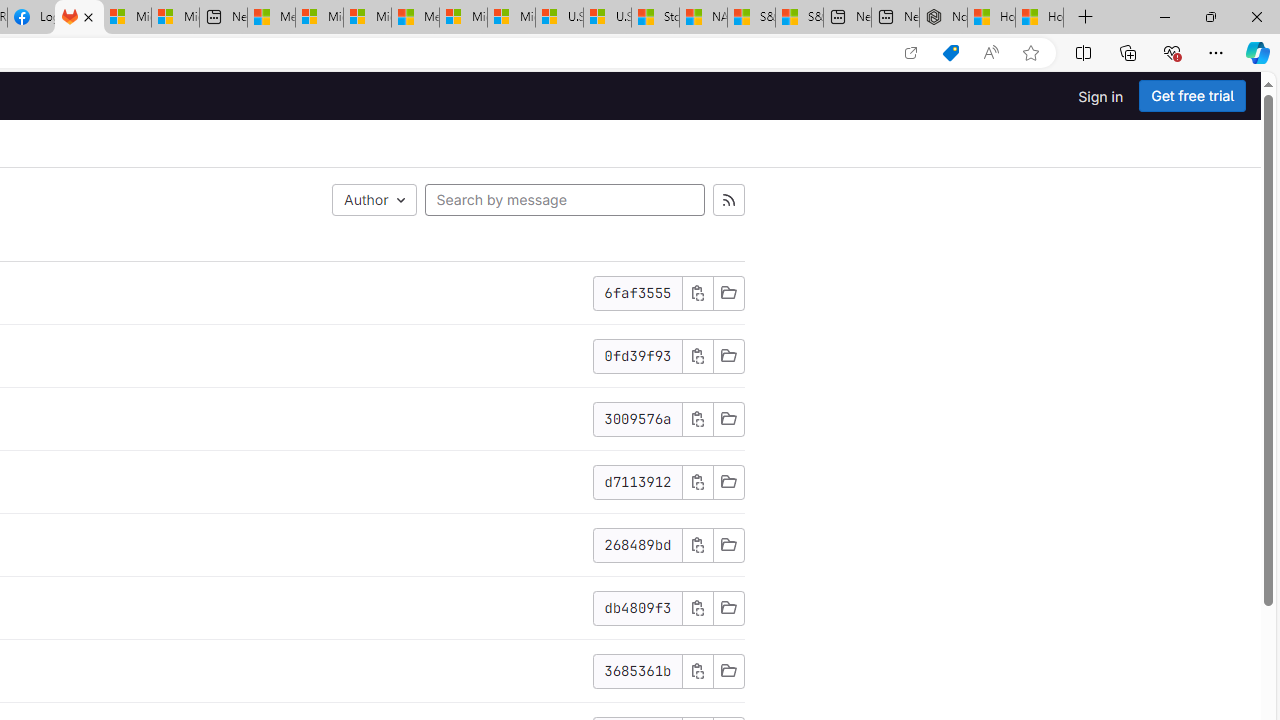 Image resolution: width=1280 pixels, height=720 pixels. What do you see at coordinates (1192, 96) in the screenshot?
I see `'Get free trial'` at bounding box center [1192, 96].